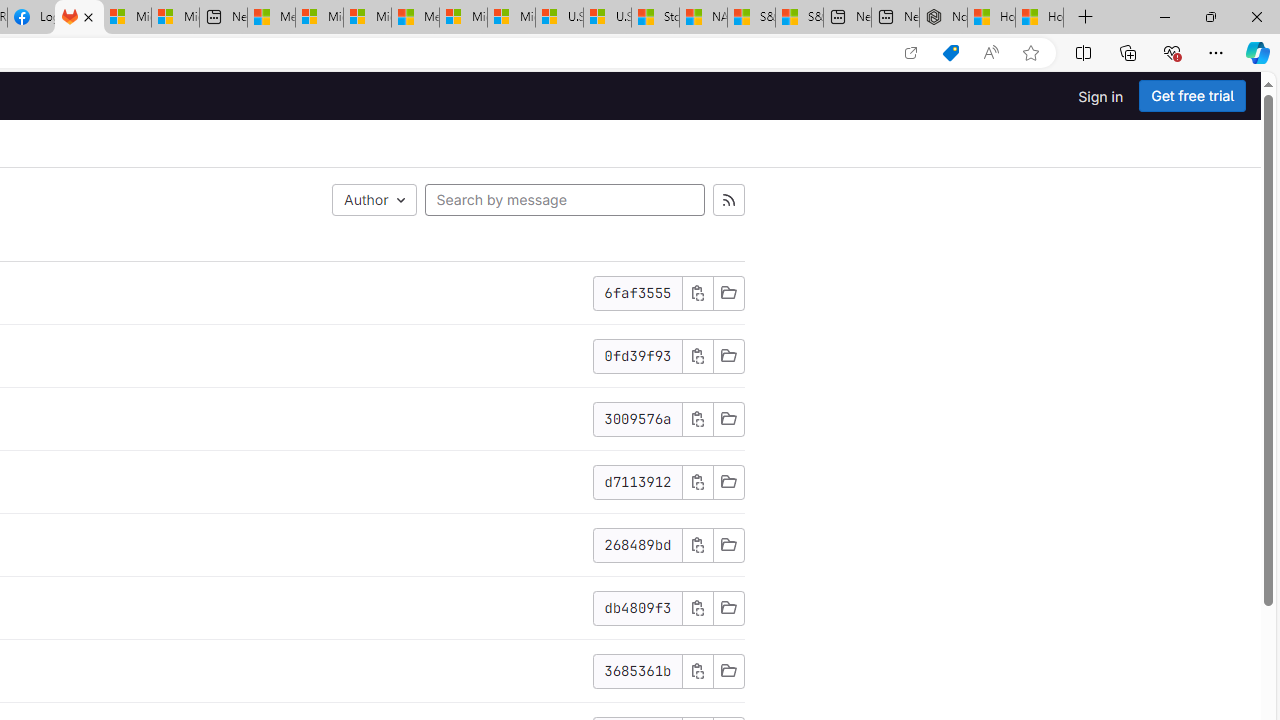 Image resolution: width=1280 pixels, height=720 pixels. What do you see at coordinates (1192, 96) in the screenshot?
I see `'Get free trial'` at bounding box center [1192, 96].